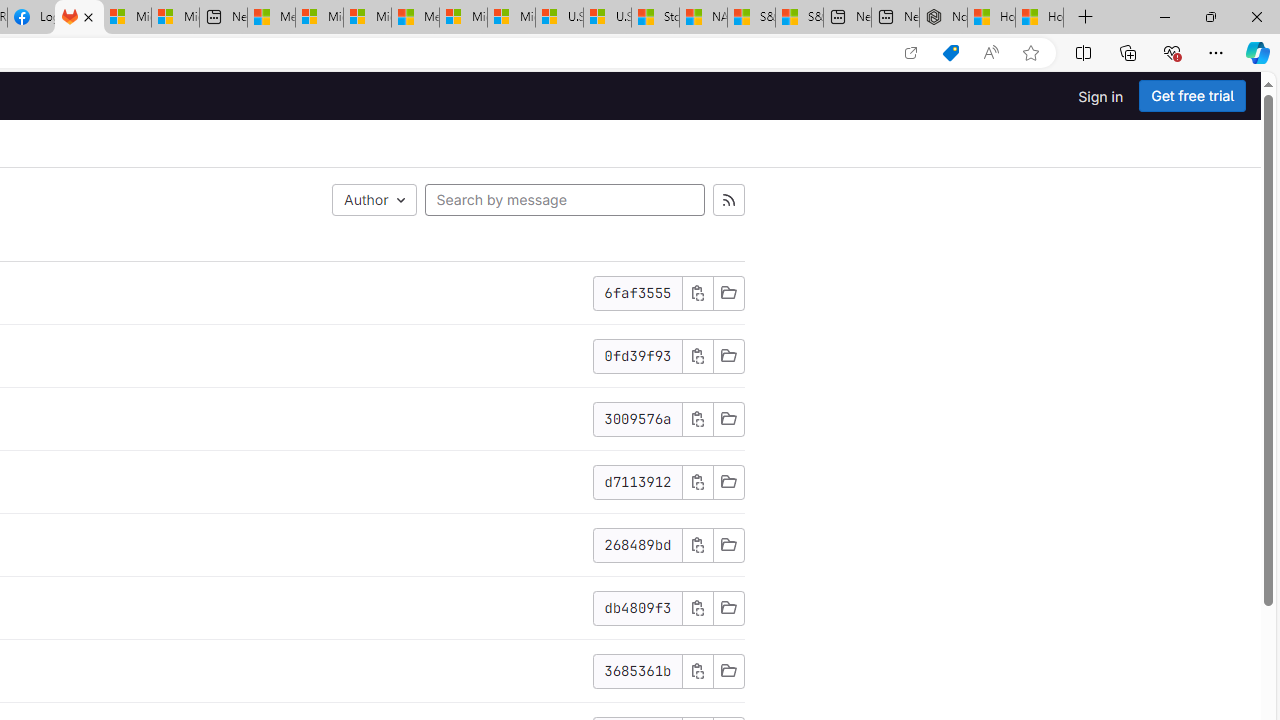 Image resolution: width=1280 pixels, height=720 pixels. What do you see at coordinates (1192, 96) in the screenshot?
I see `'Get free trial'` at bounding box center [1192, 96].